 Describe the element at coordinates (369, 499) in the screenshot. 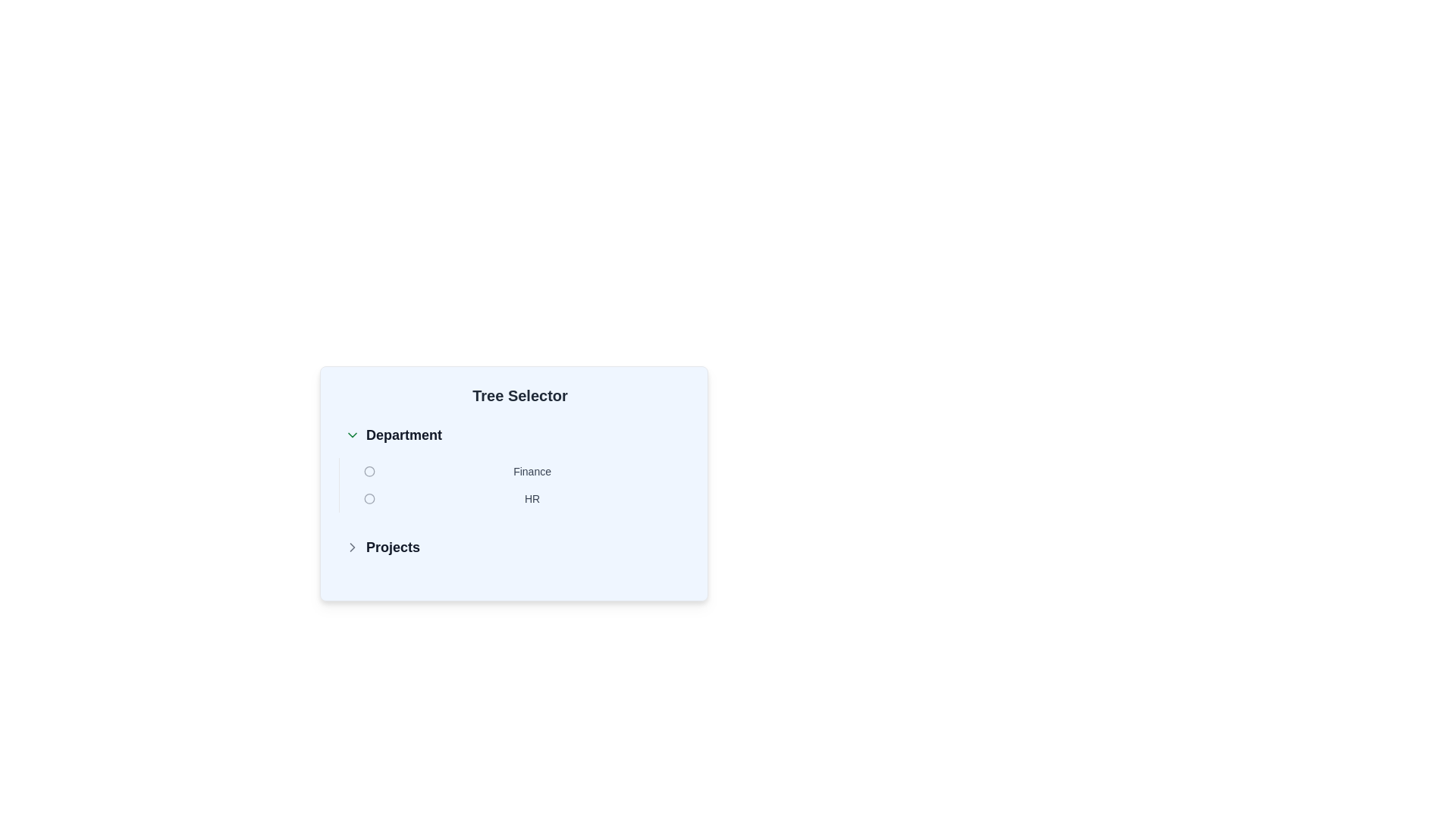

I see `the selection marker icon located to the left of the 'HR' text in the expandable list under the 'Department' category` at that location.